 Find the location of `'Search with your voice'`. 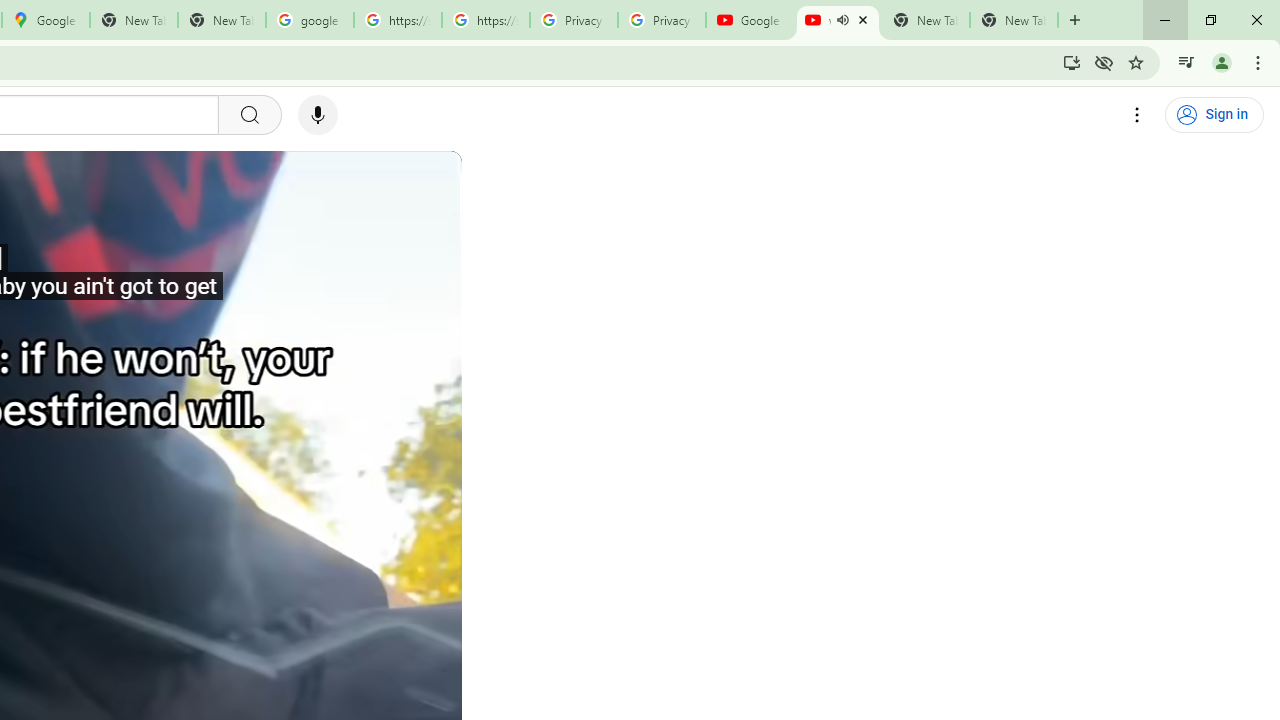

'Search with your voice' is located at coordinates (317, 115).